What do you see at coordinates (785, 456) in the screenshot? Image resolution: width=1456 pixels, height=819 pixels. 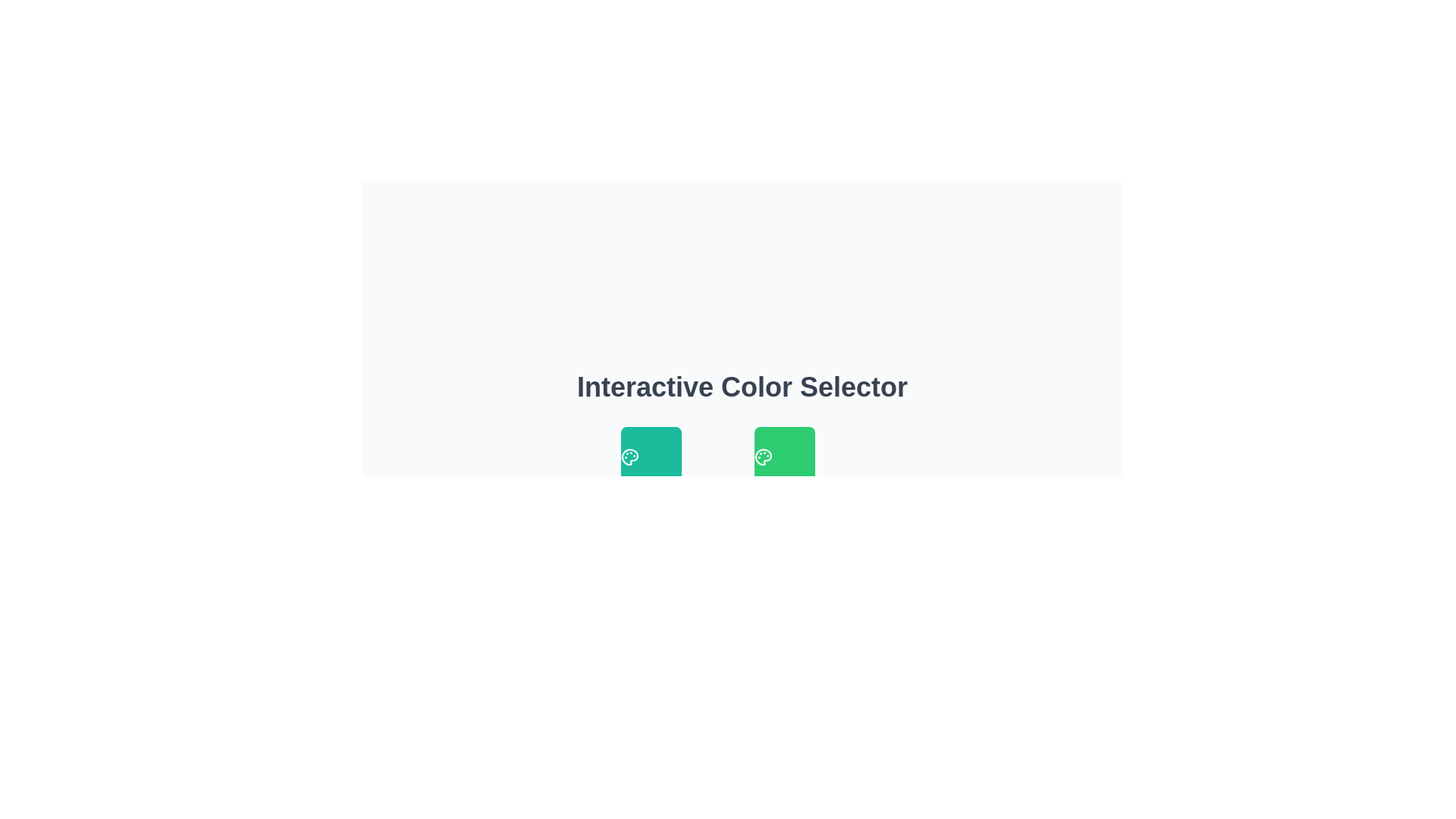 I see `the second button in the top row of the color selection interface` at bounding box center [785, 456].